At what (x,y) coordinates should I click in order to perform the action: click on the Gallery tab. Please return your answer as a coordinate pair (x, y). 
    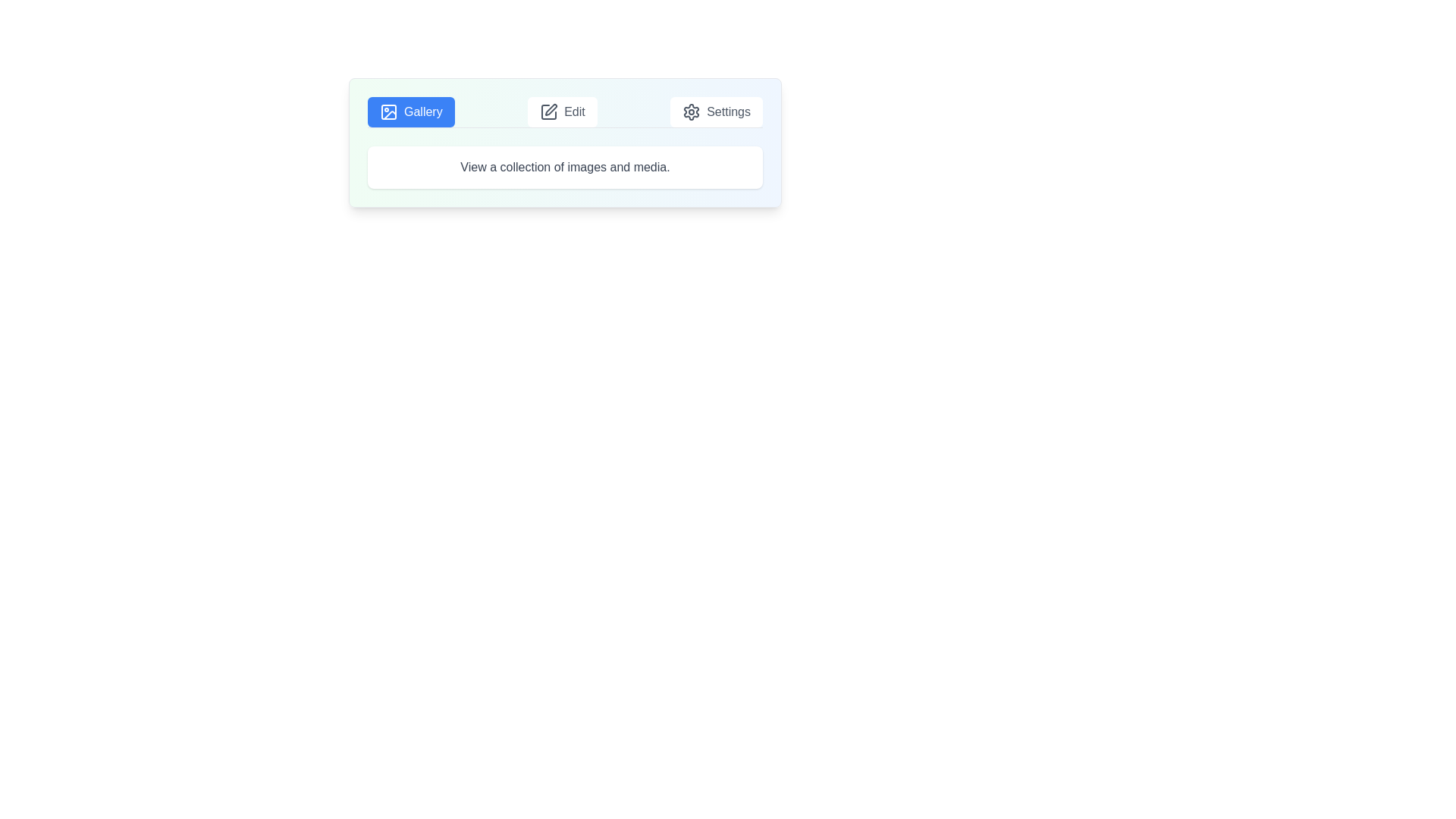
    Looking at the image, I should click on (411, 111).